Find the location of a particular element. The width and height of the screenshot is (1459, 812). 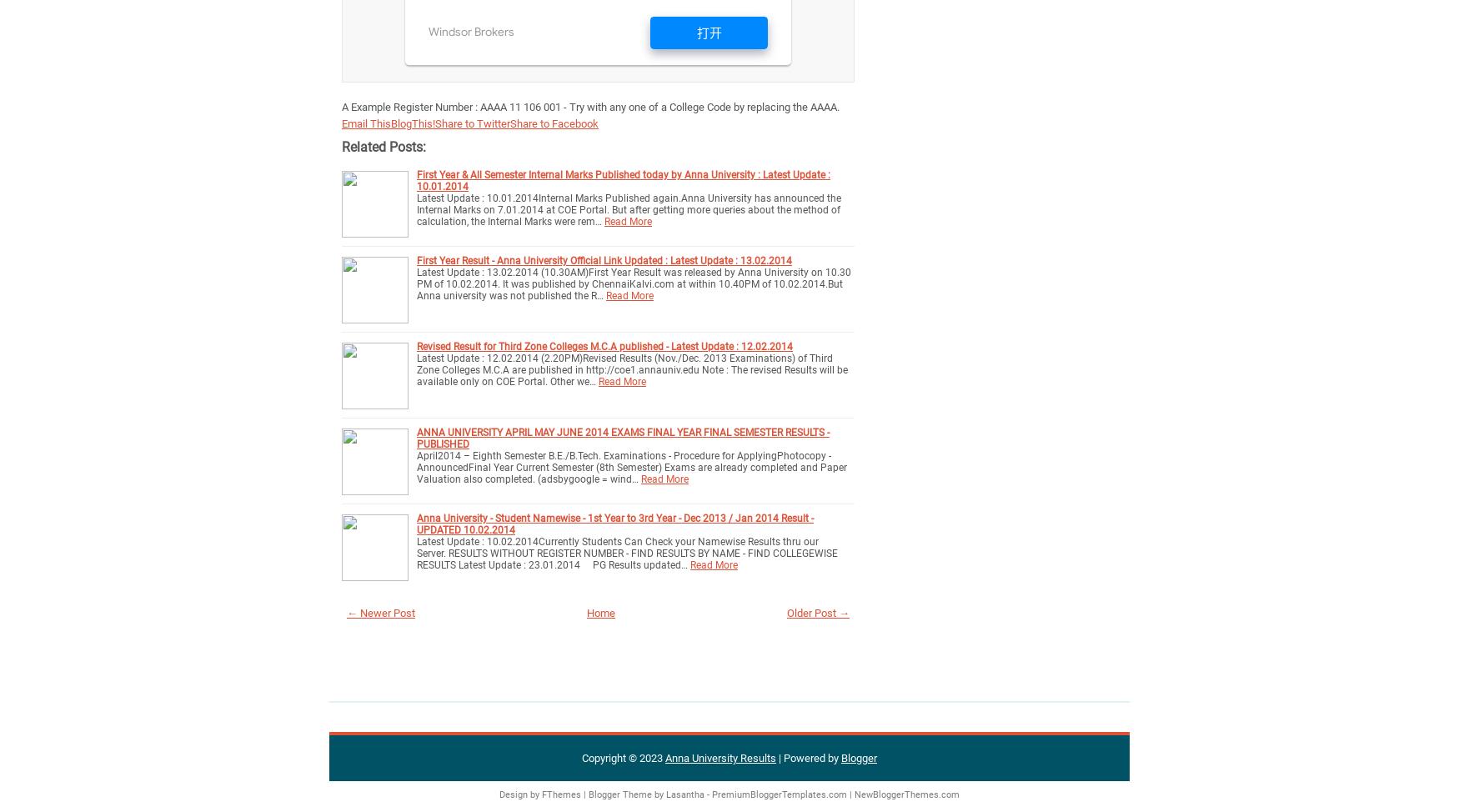

'2023' is located at coordinates (651, 757).